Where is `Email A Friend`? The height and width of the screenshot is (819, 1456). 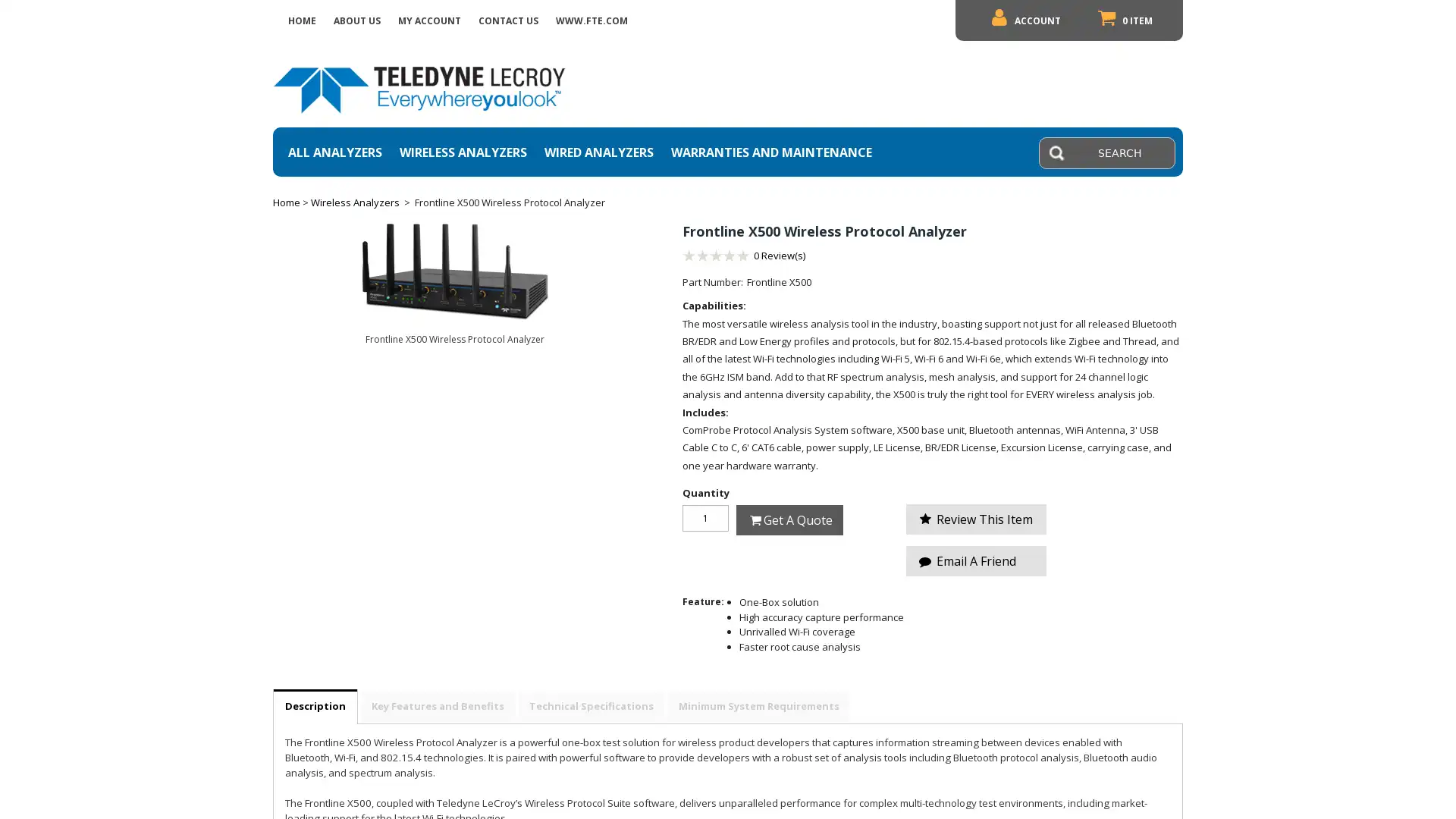 Email A Friend is located at coordinates (976, 561).